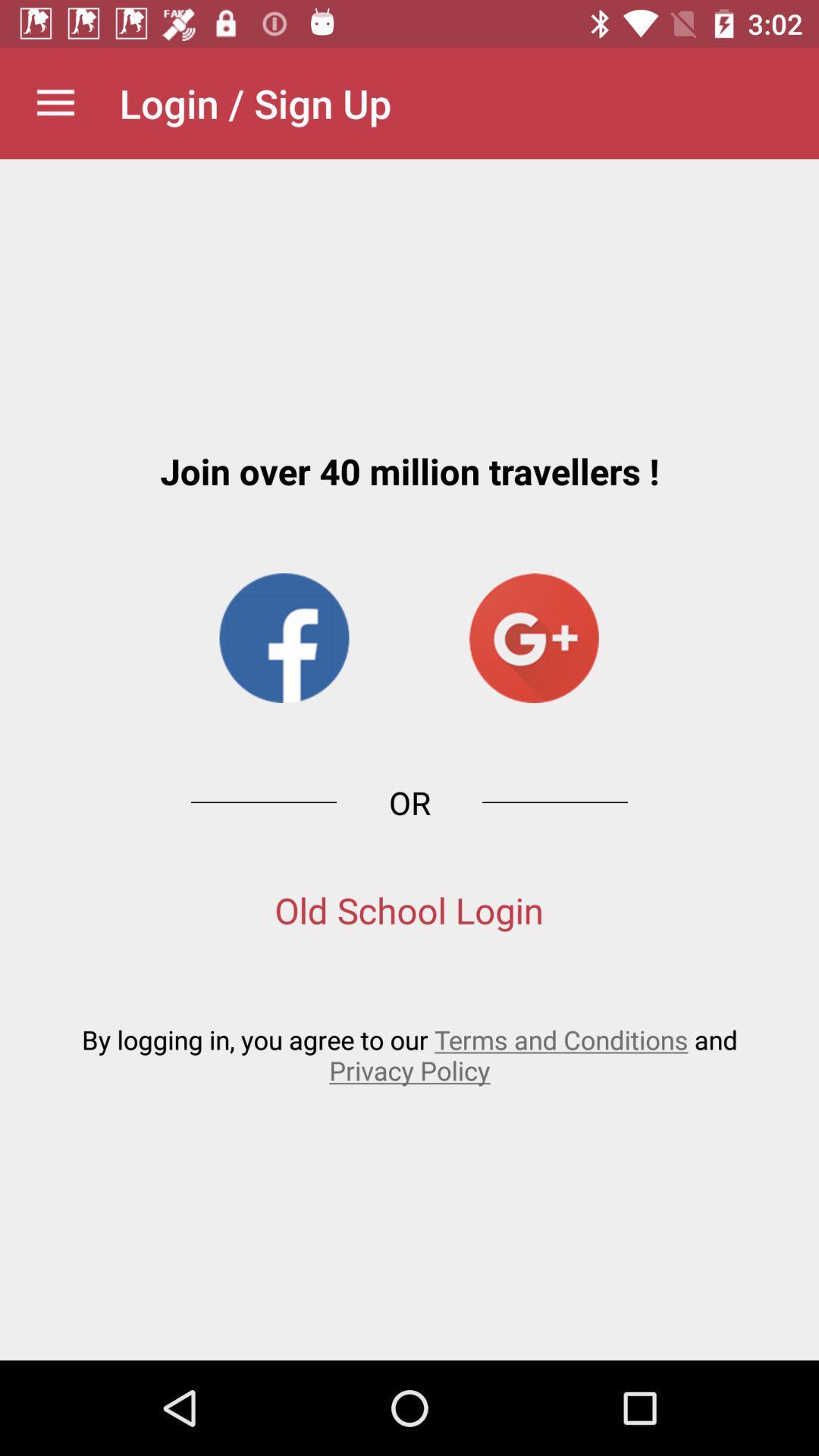  What do you see at coordinates (55, 102) in the screenshot?
I see `item above the join over 40 item` at bounding box center [55, 102].